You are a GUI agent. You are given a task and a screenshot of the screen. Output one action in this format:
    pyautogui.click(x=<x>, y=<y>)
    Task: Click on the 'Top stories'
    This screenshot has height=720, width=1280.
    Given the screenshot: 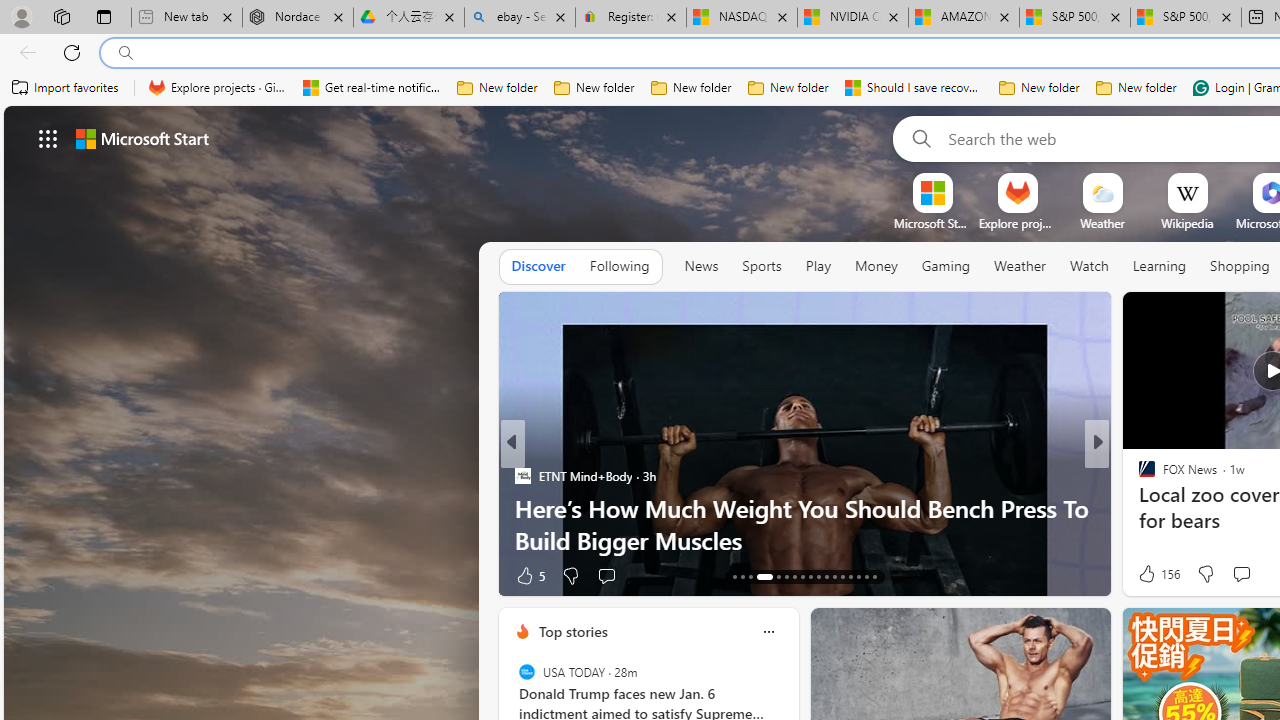 What is the action you would take?
    pyautogui.click(x=571, y=631)
    